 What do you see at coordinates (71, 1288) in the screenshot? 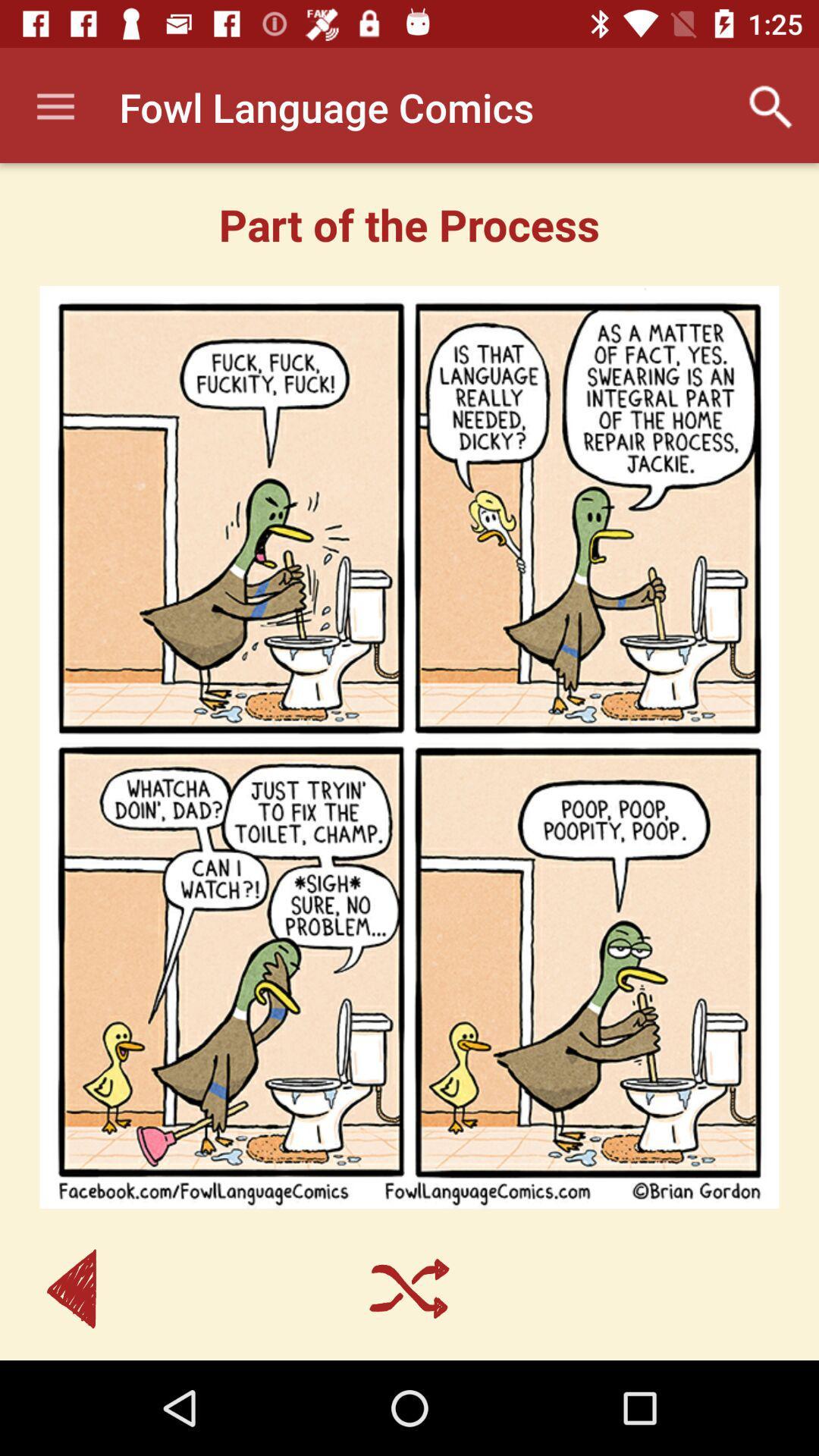
I see `item at the bottom left corner` at bounding box center [71, 1288].